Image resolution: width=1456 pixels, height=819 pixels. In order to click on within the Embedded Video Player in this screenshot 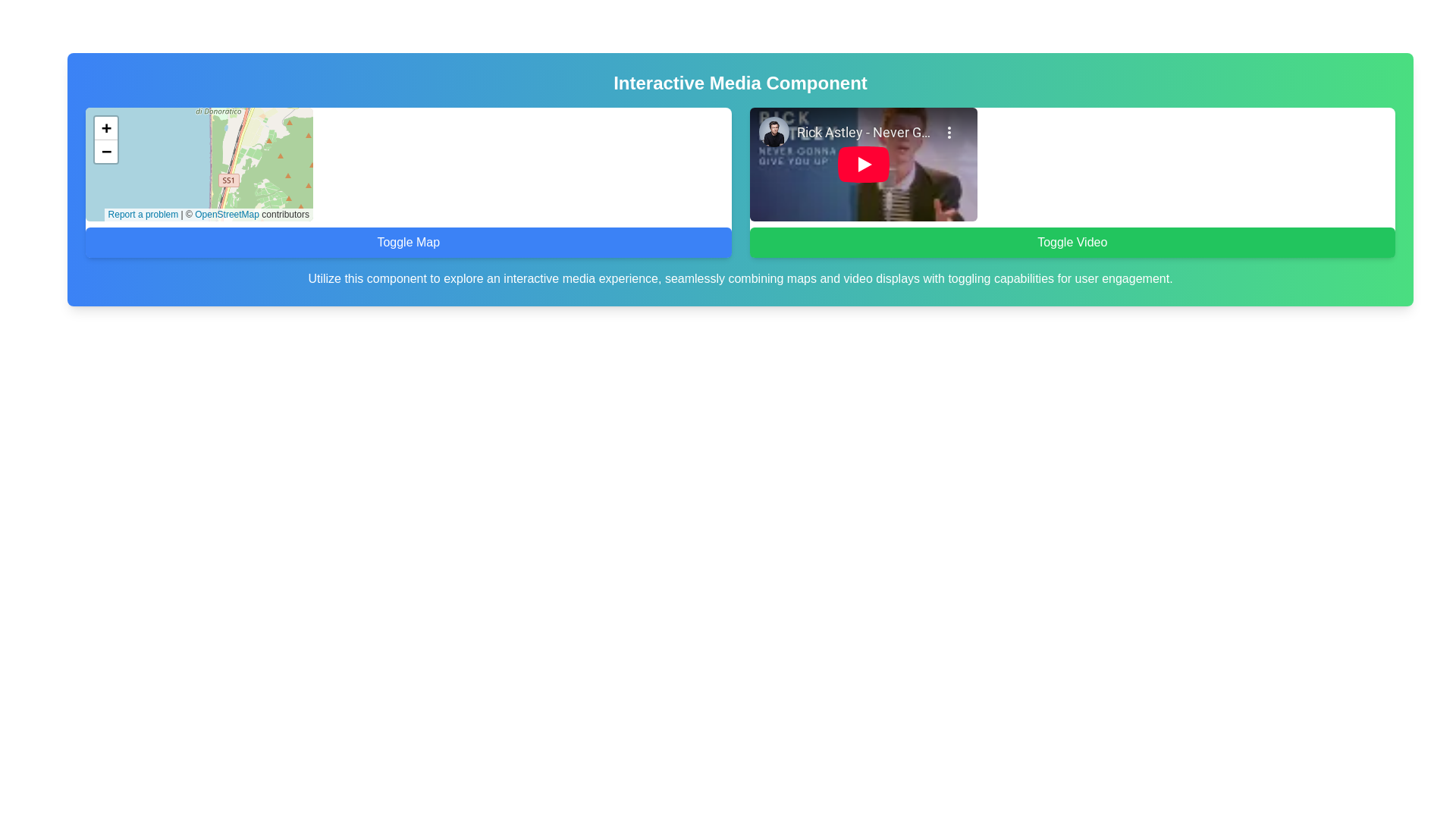, I will do `click(863, 164)`.